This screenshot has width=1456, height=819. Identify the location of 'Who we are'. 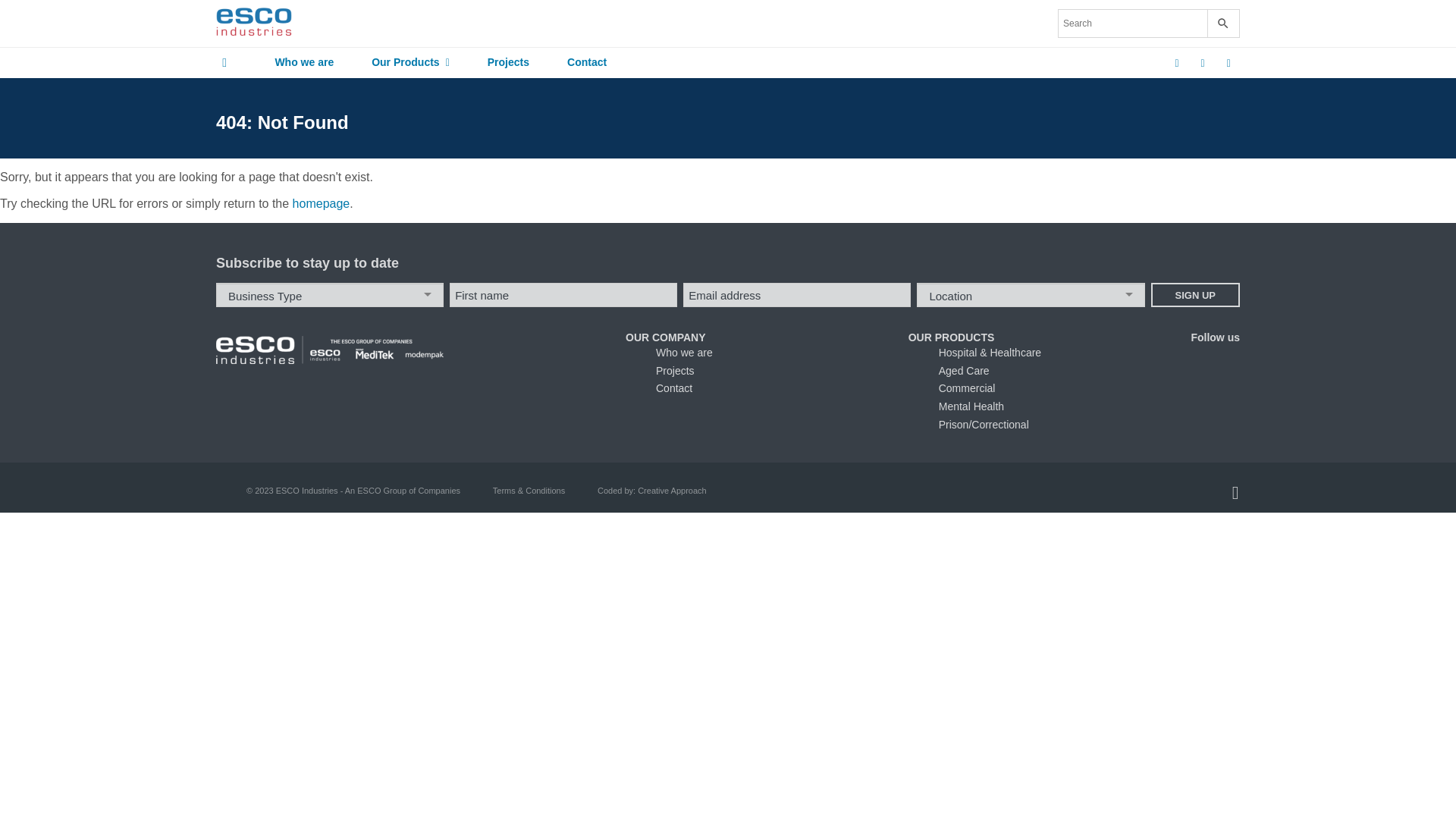
(255, 62).